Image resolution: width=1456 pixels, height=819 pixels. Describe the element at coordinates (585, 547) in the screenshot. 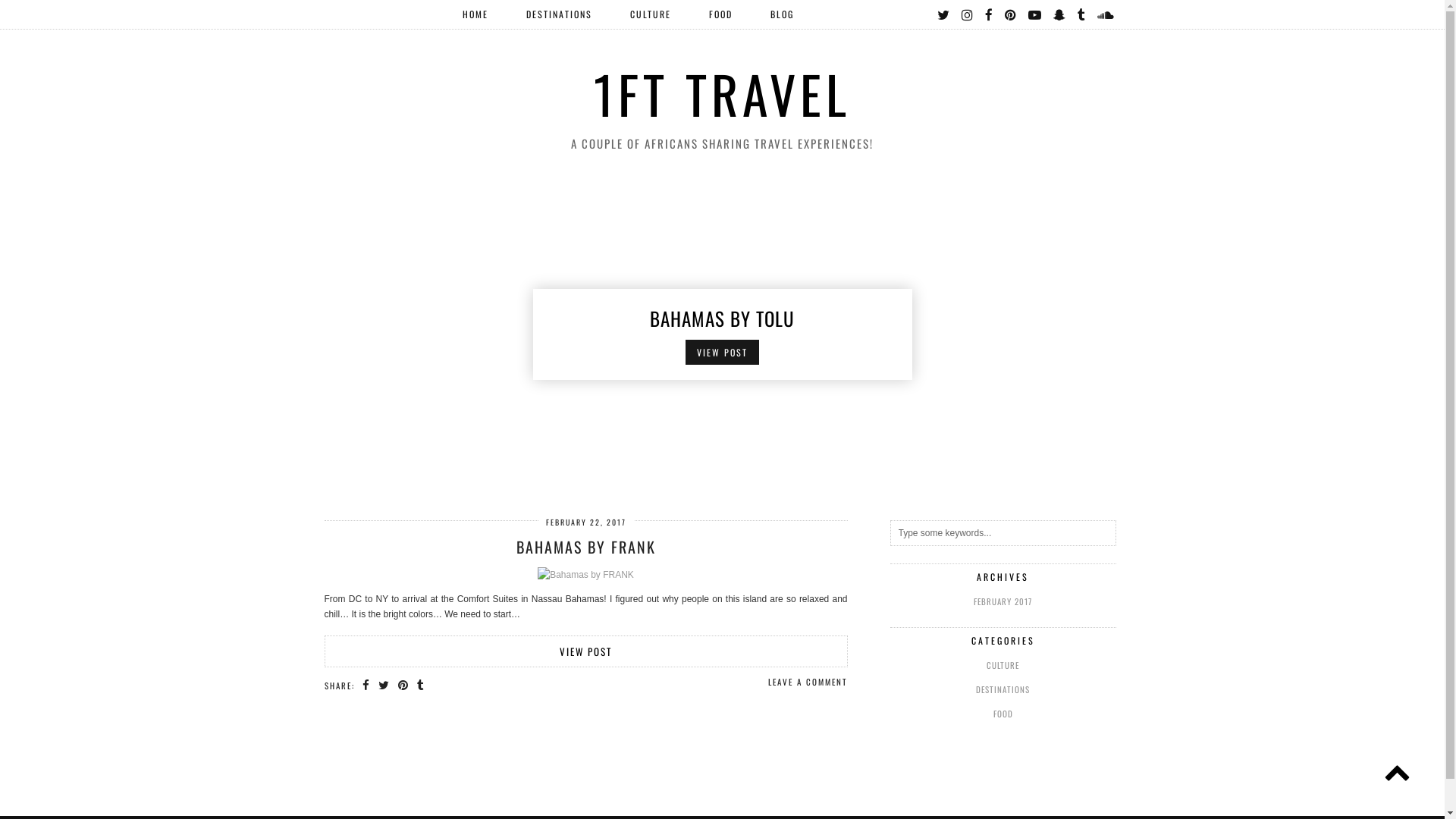

I see `'BAHAMAS BY FRANK'` at that location.